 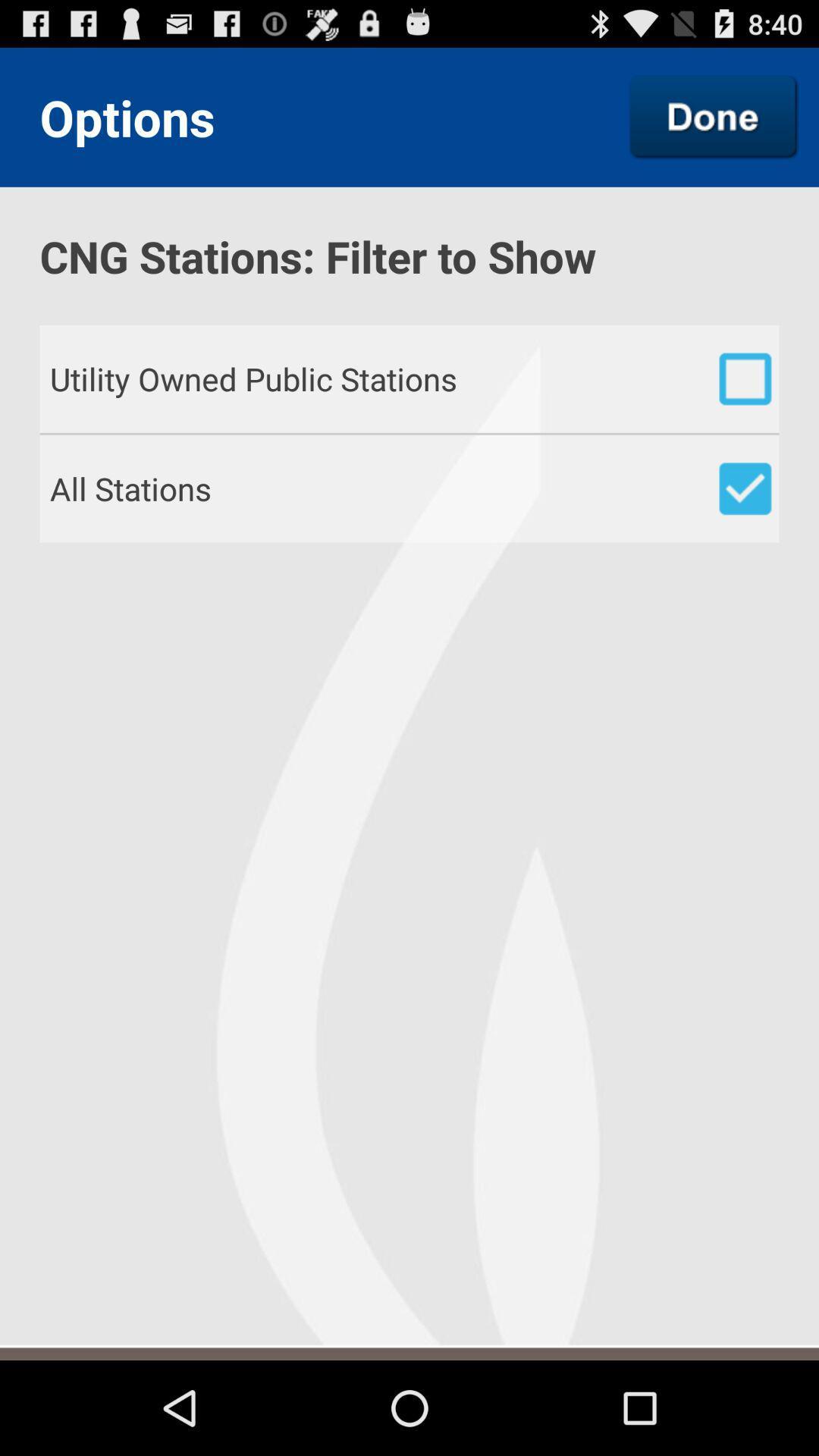 What do you see at coordinates (714, 116) in the screenshot?
I see `the item next to the options app` at bounding box center [714, 116].